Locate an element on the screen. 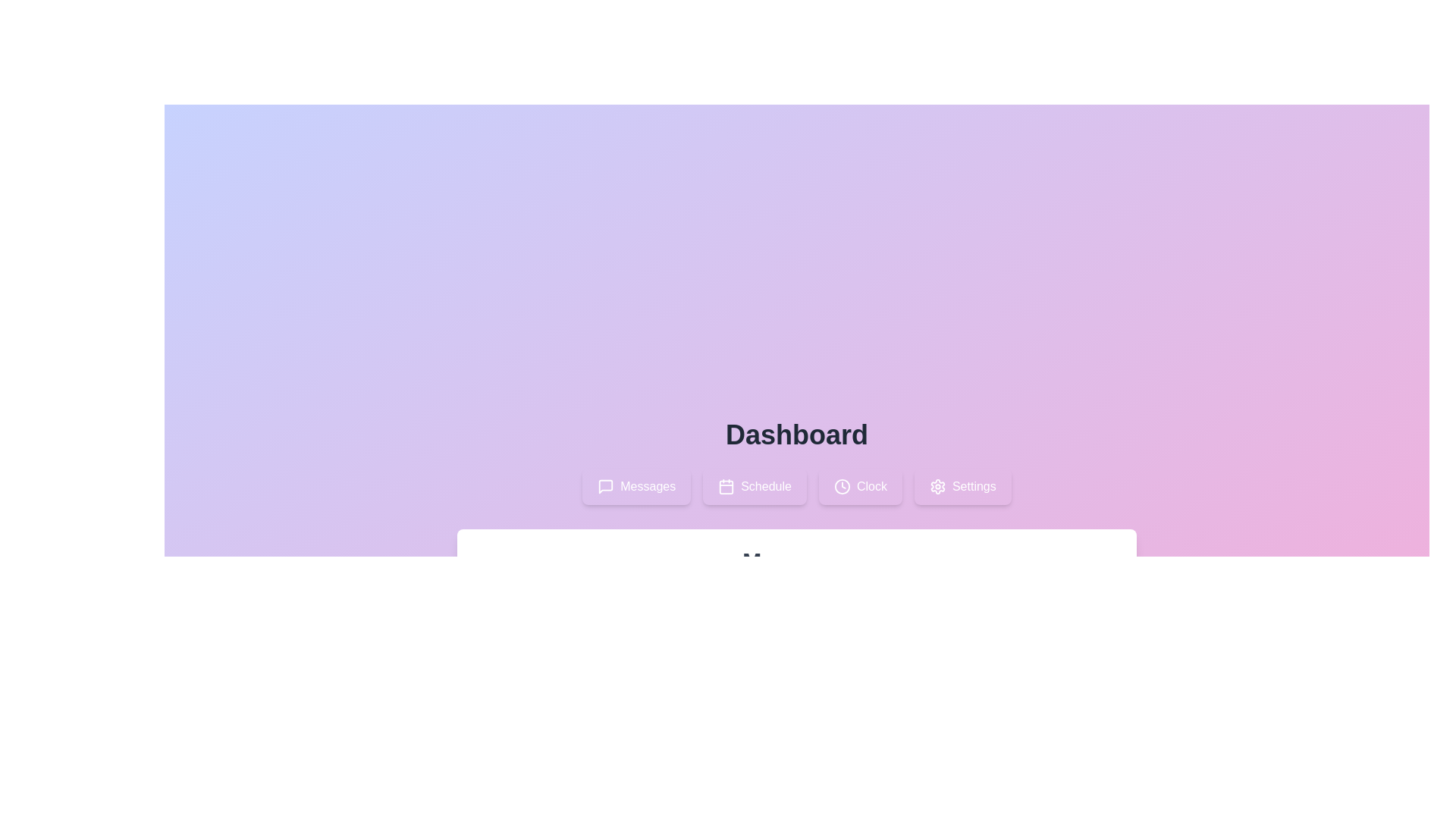 The width and height of the screenshot is (1456, 819). the header section to observe the information displayed is located at coordinates (796, 435).